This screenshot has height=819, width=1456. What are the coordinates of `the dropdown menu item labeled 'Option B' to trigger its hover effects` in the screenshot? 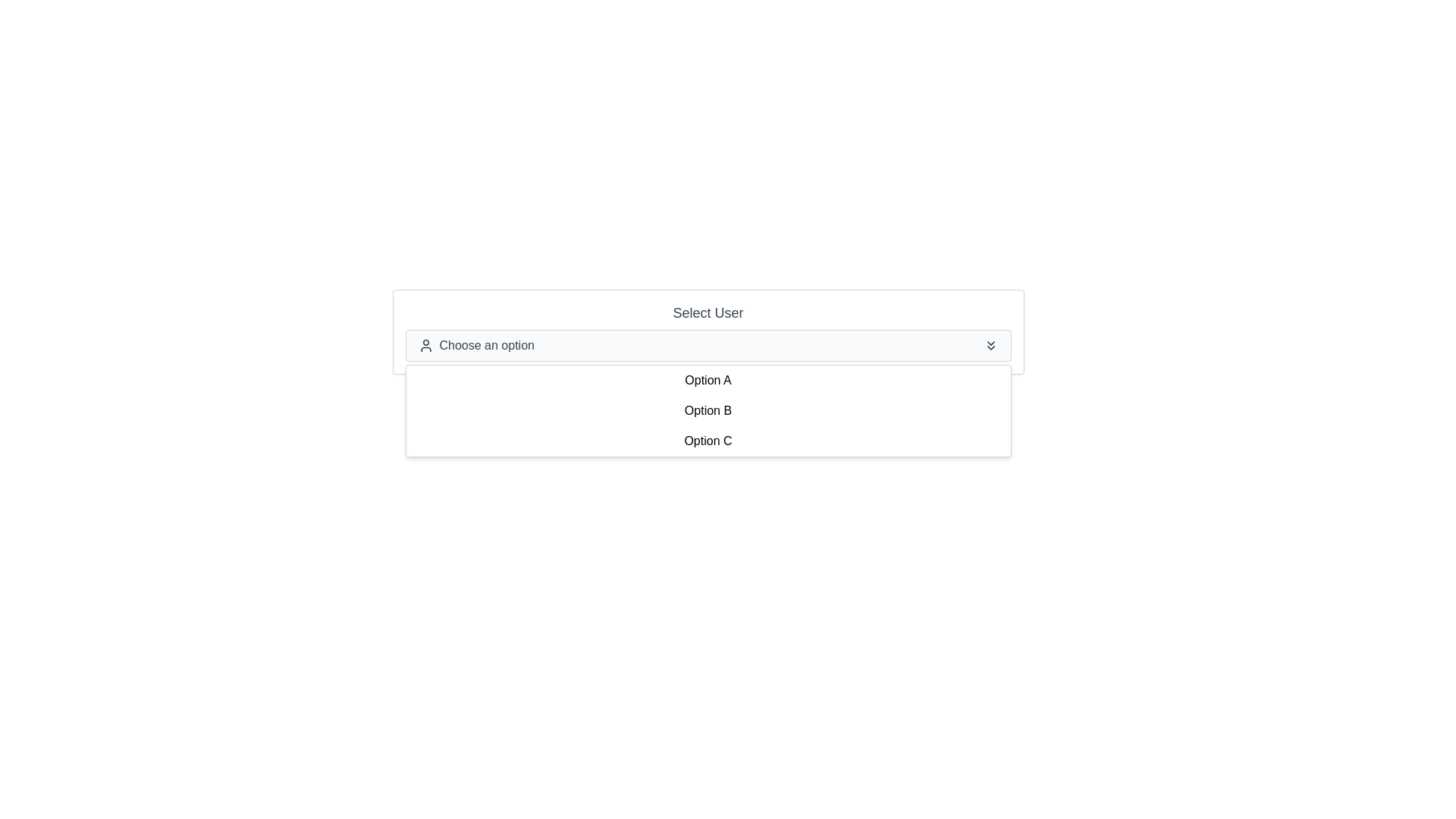 It's located at (708, 411).